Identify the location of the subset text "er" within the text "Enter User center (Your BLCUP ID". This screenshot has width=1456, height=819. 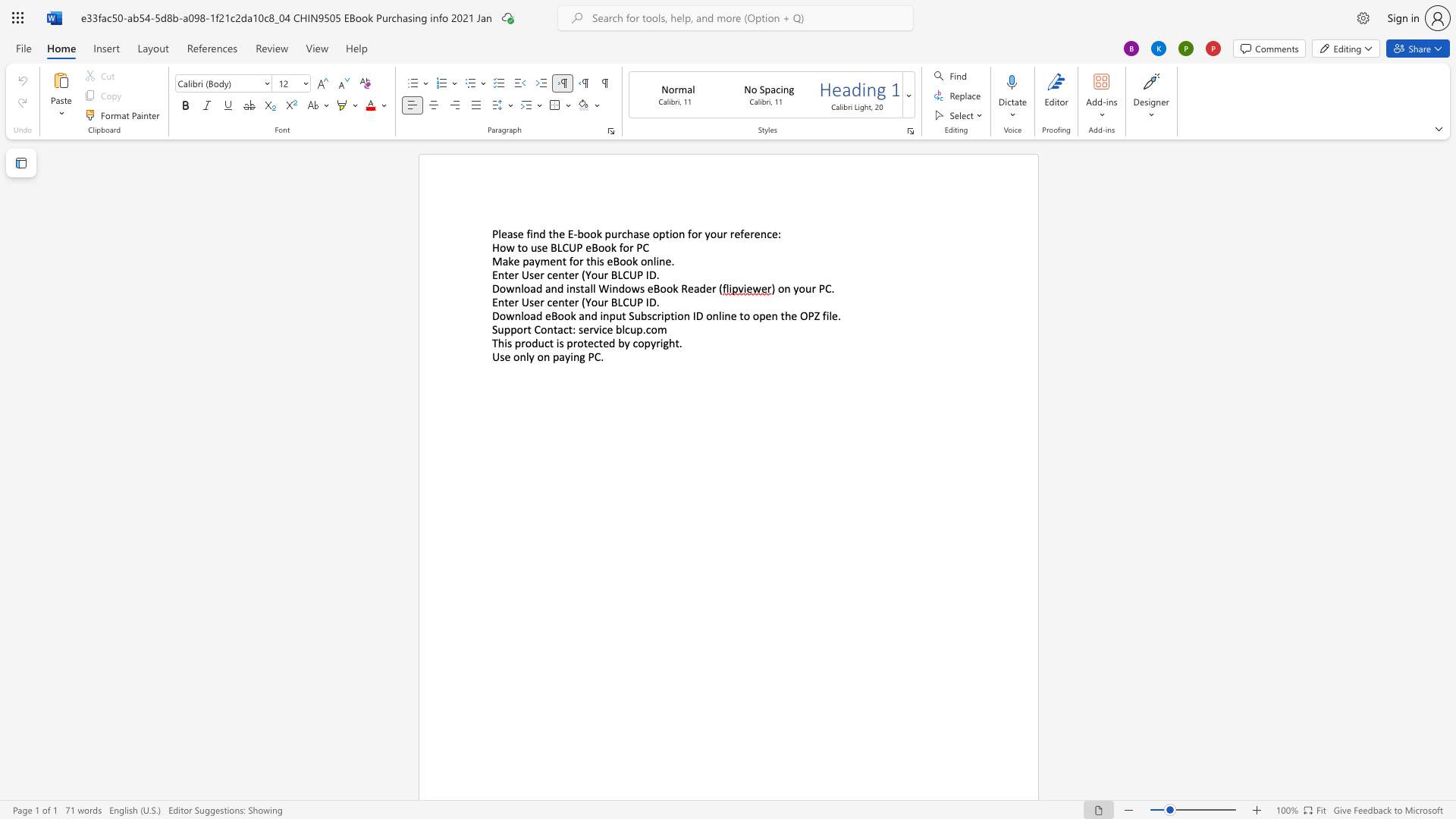
(567, 275).